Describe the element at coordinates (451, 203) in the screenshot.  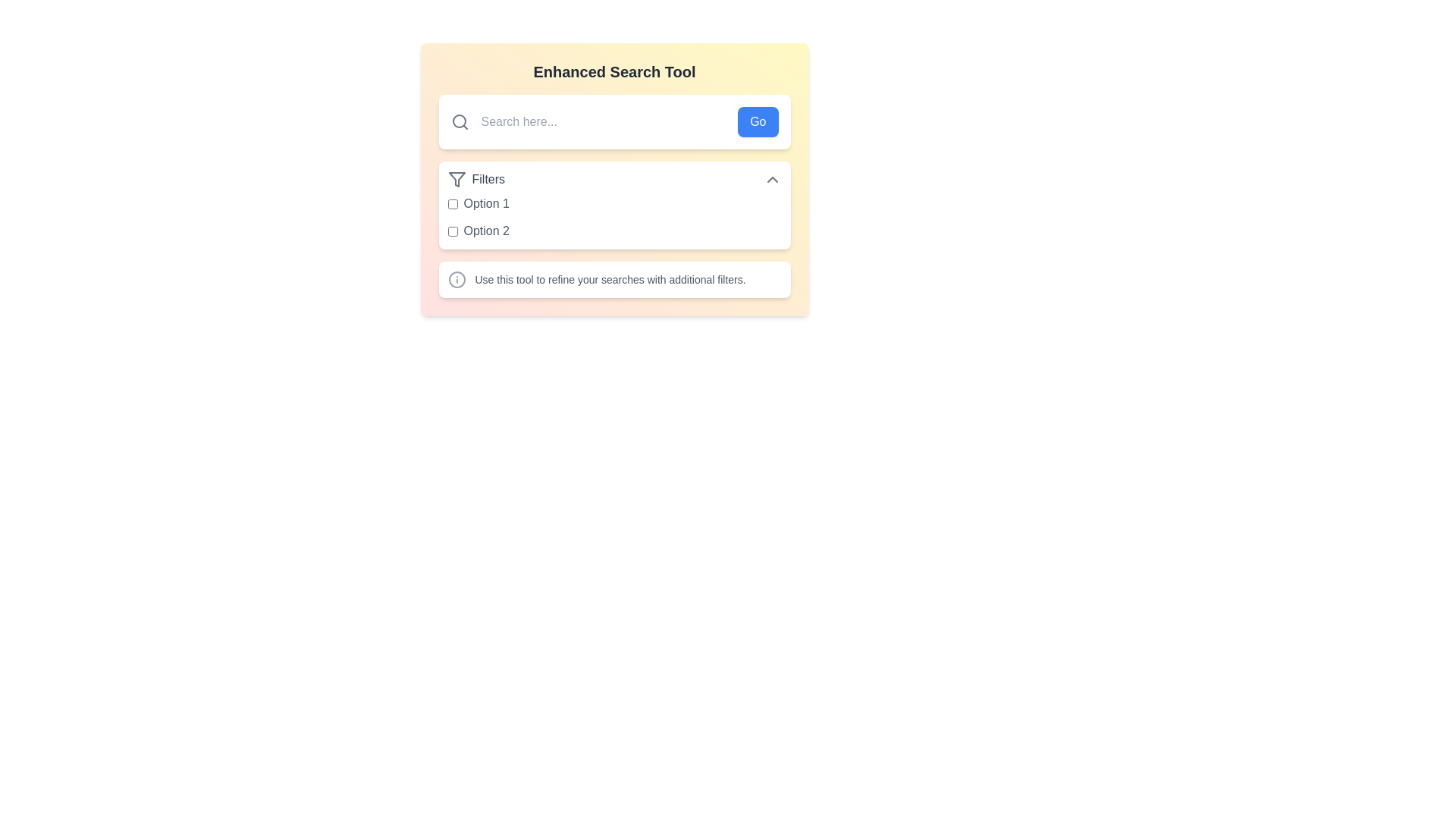
I see `the blue rounded checkbox located to the left of the label 'Option 1' in the Enhanced Search Tool interface` at that location.